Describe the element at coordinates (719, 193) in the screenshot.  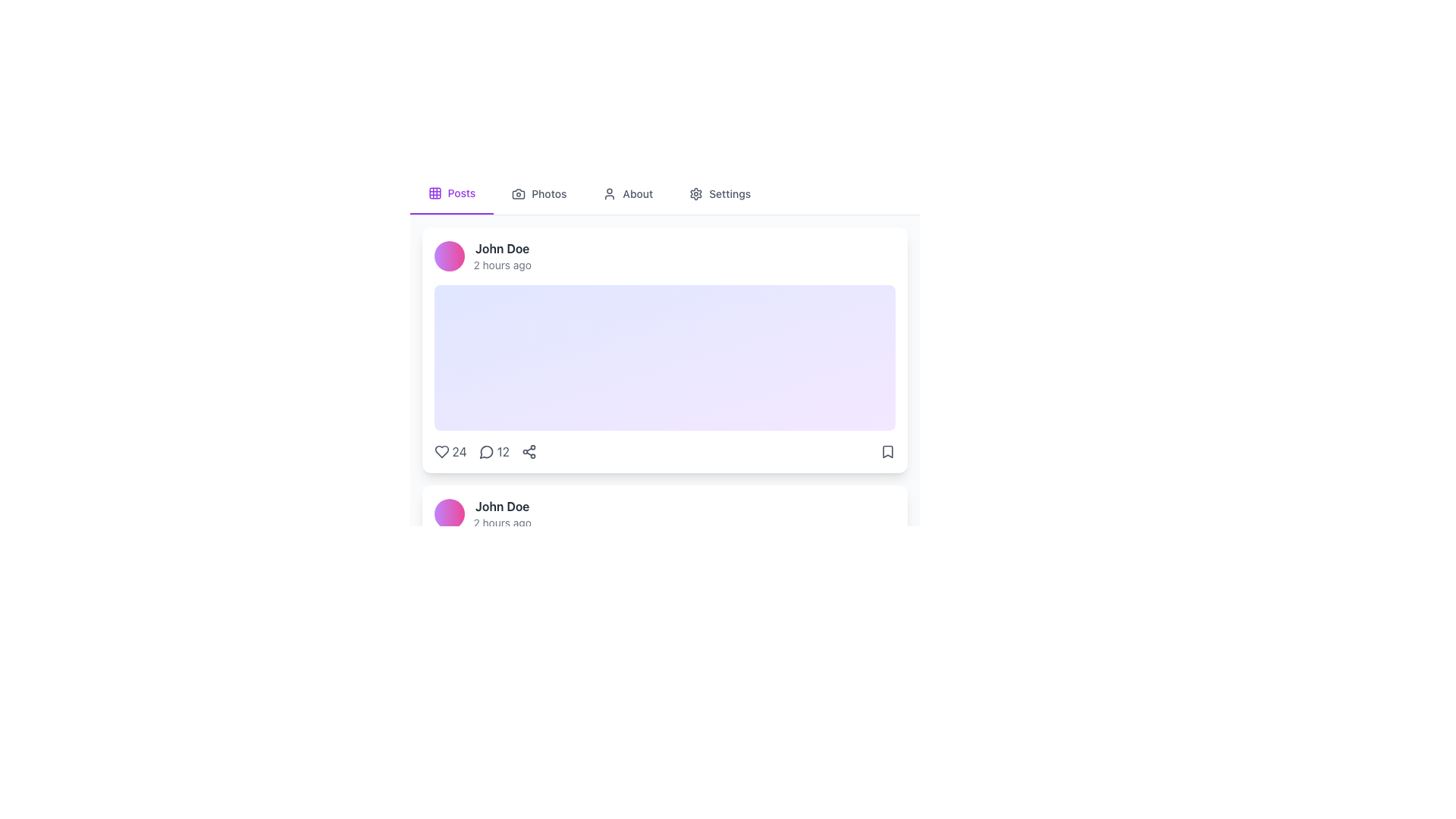
I see `the Interactive navigation button located at the far-right end of the header navigation bar to change its color to purple` at that location.